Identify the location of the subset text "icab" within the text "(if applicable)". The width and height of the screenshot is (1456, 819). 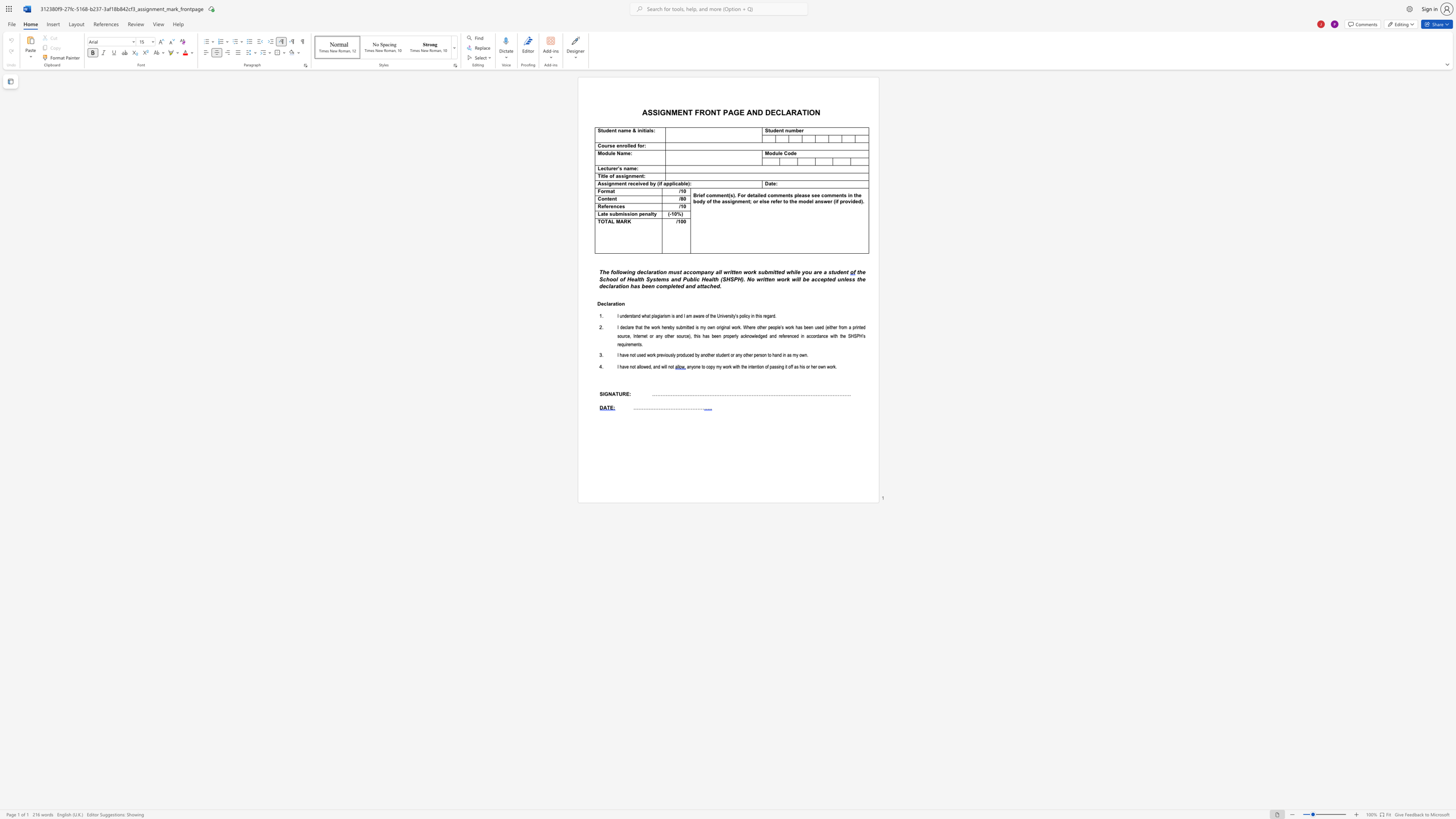
(674, 183).